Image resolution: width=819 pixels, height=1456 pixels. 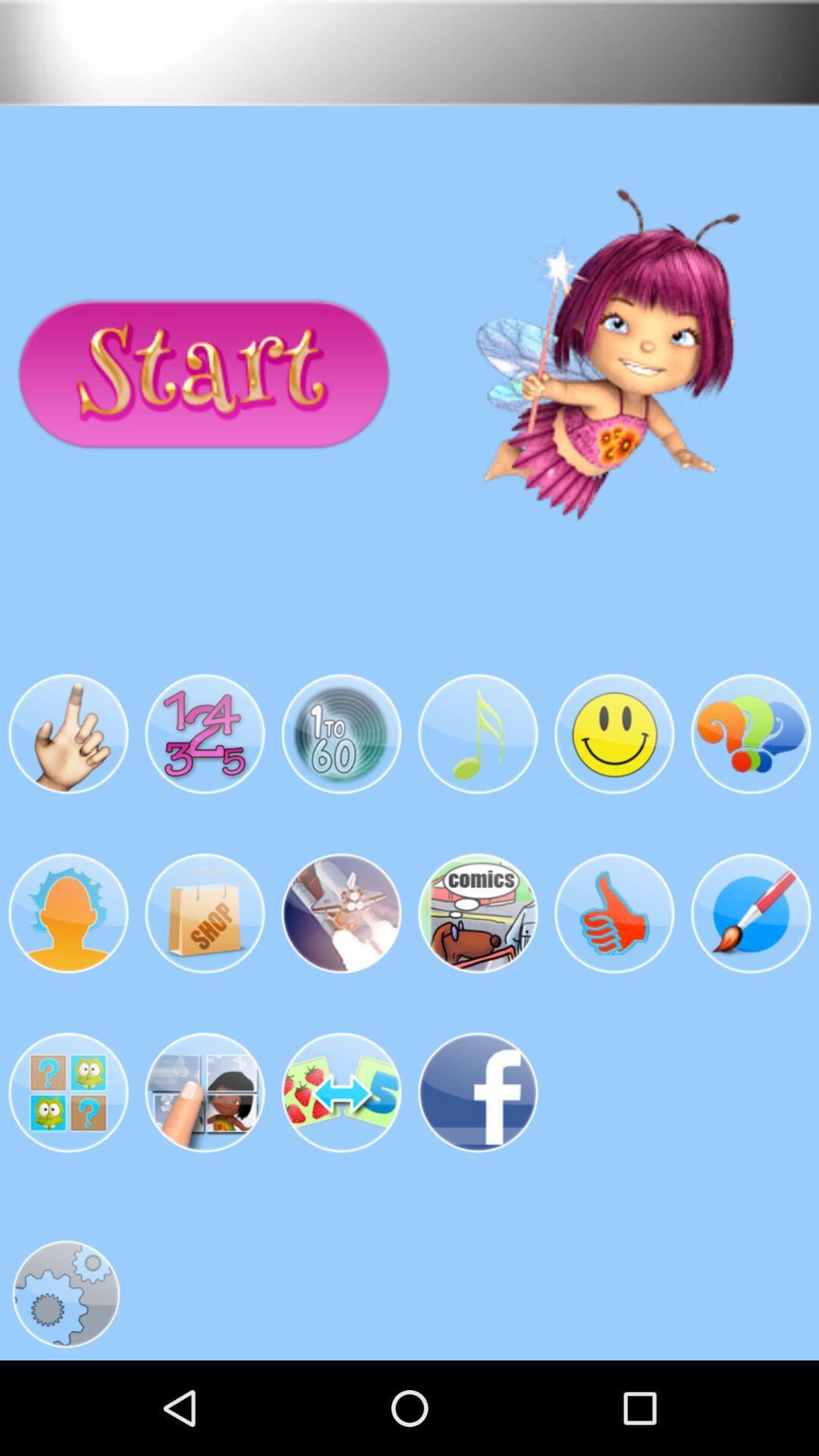 What do you see at coordinates (67, 977) in the screenshot?
I see `the avatar icon` at bounding box center [67, 977].